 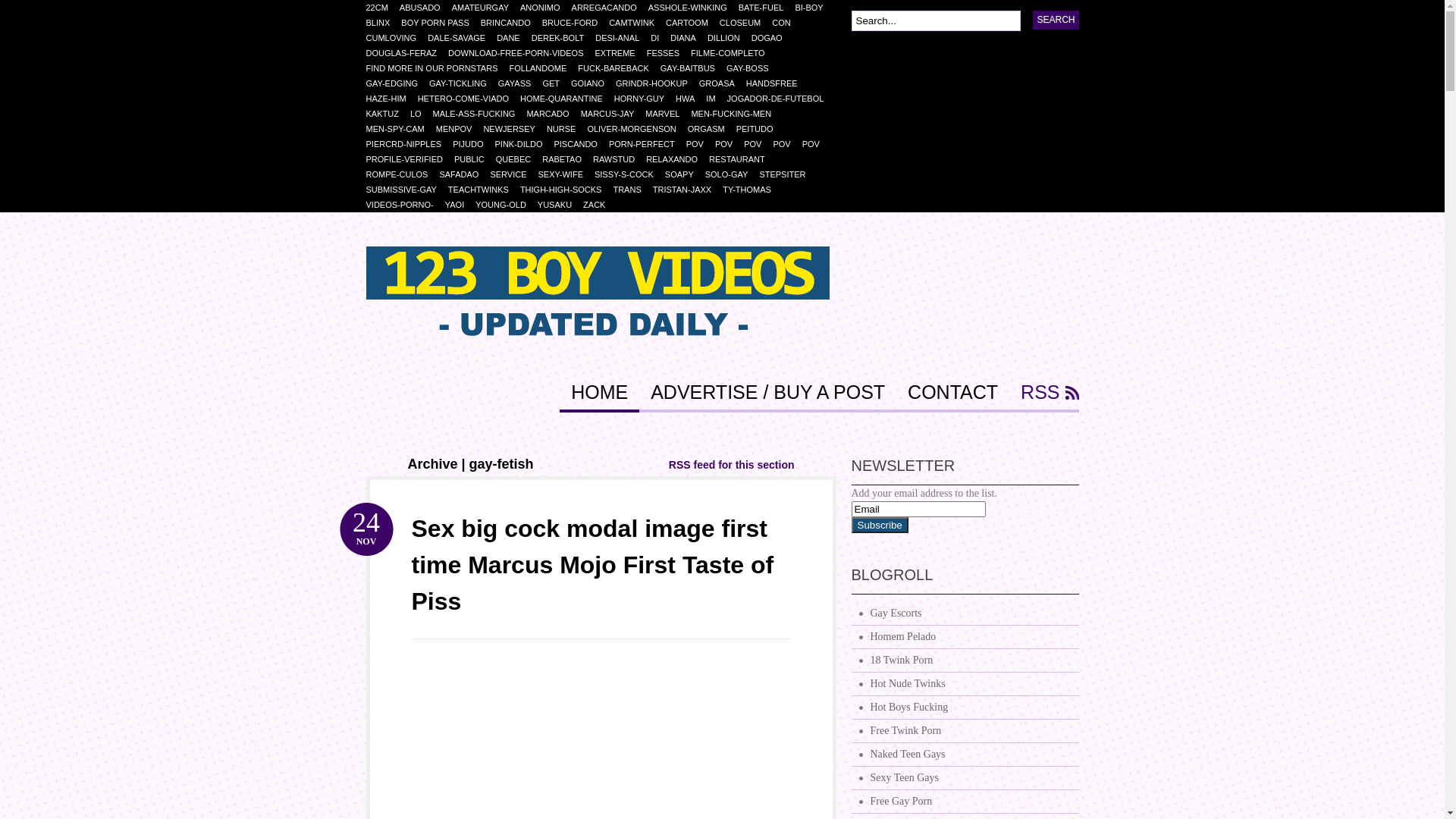 What do you see at coordinates (648, 143) in the screenshot?
I see `'PORN-PERFECT'` at bounding box center [648, 143].